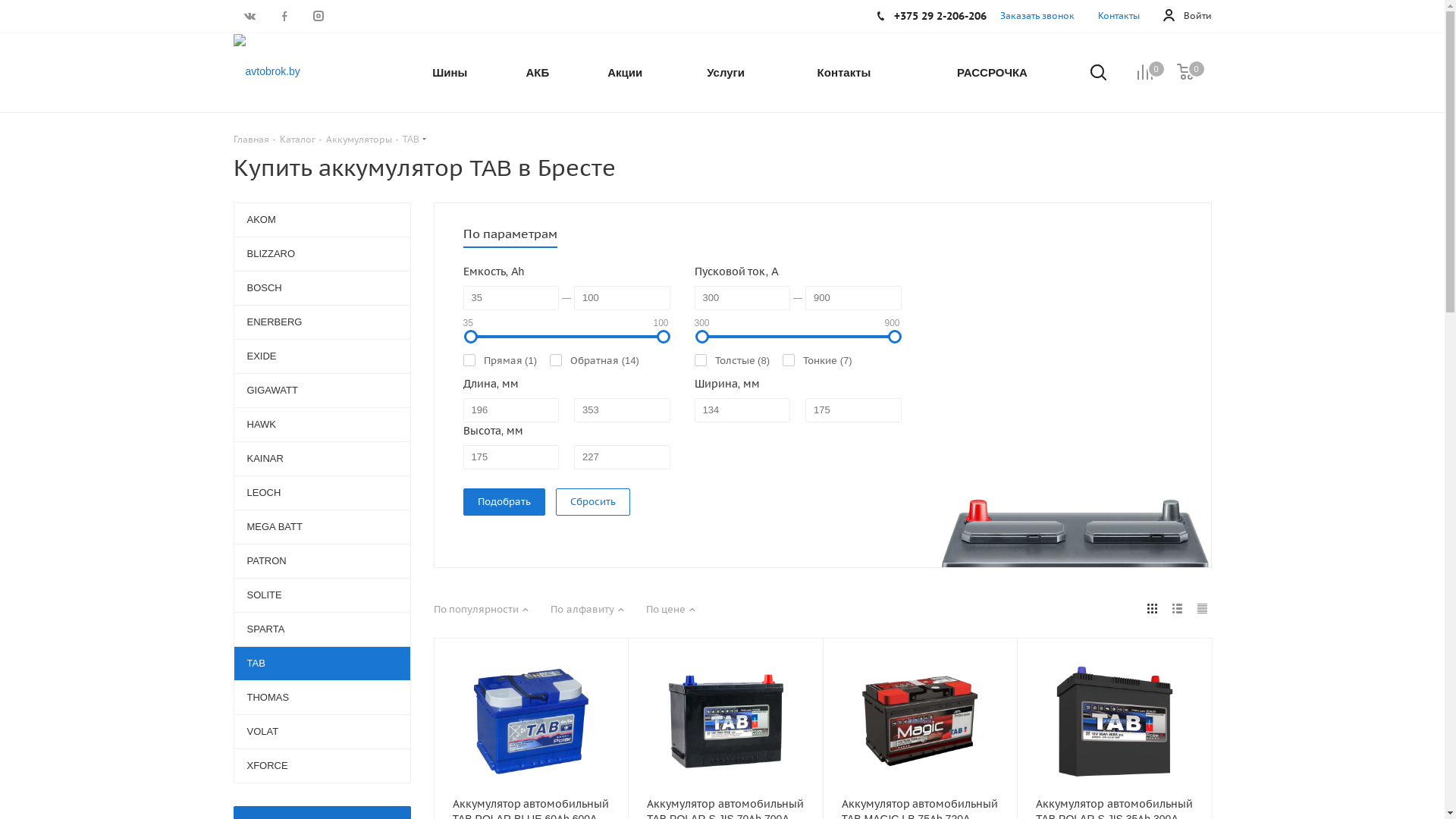  Describe the element at coordinates (232, 766) in the screenshot. I see `'XFORCE'` at that location.